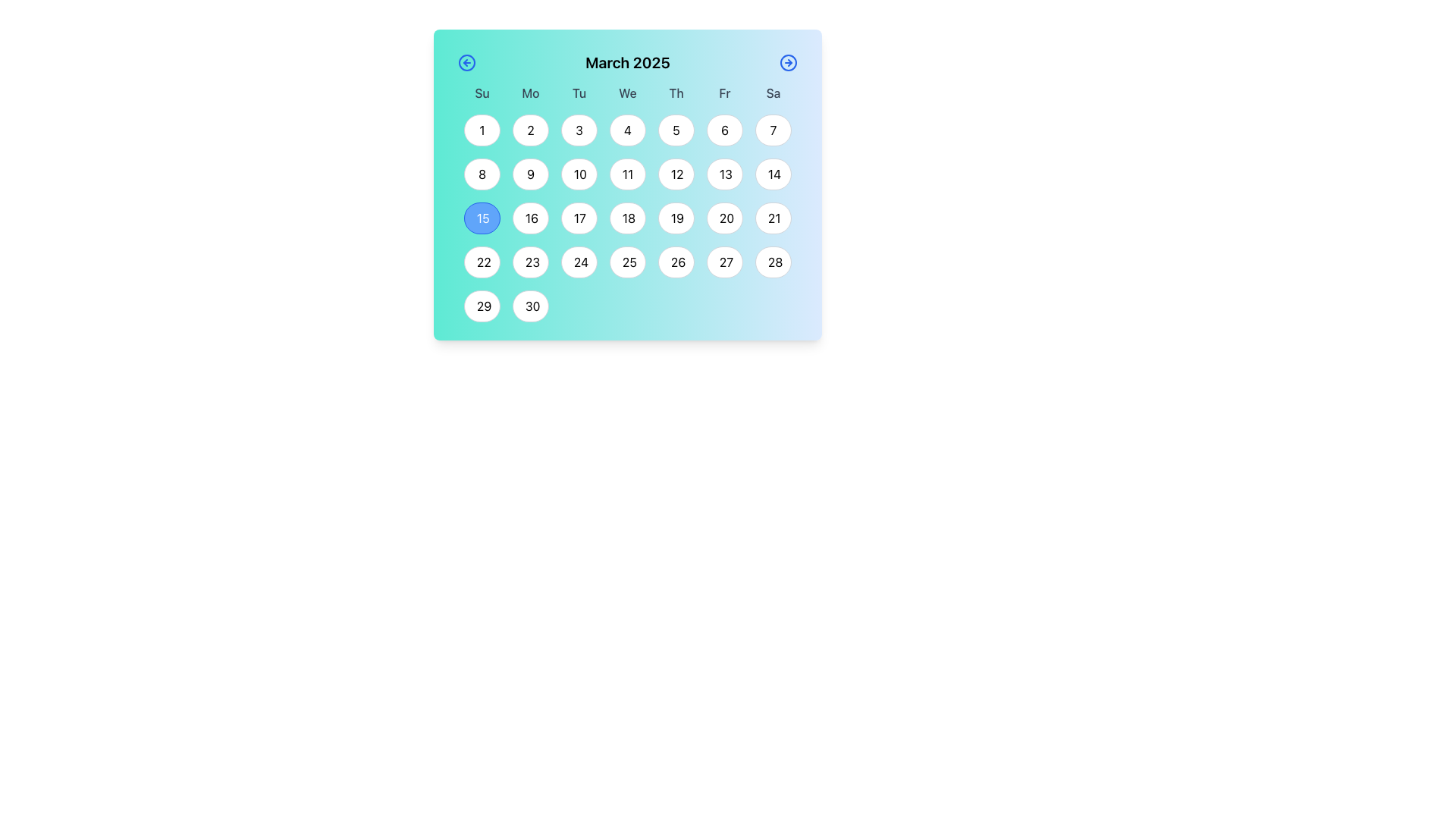  Describe the element at coordinates (466, 62) in the screenshot. I see `the blue-stroked SVG circle located at the top-left corner of the calendar interface, adjacent to the month and year display ('March 2025')` at that location.